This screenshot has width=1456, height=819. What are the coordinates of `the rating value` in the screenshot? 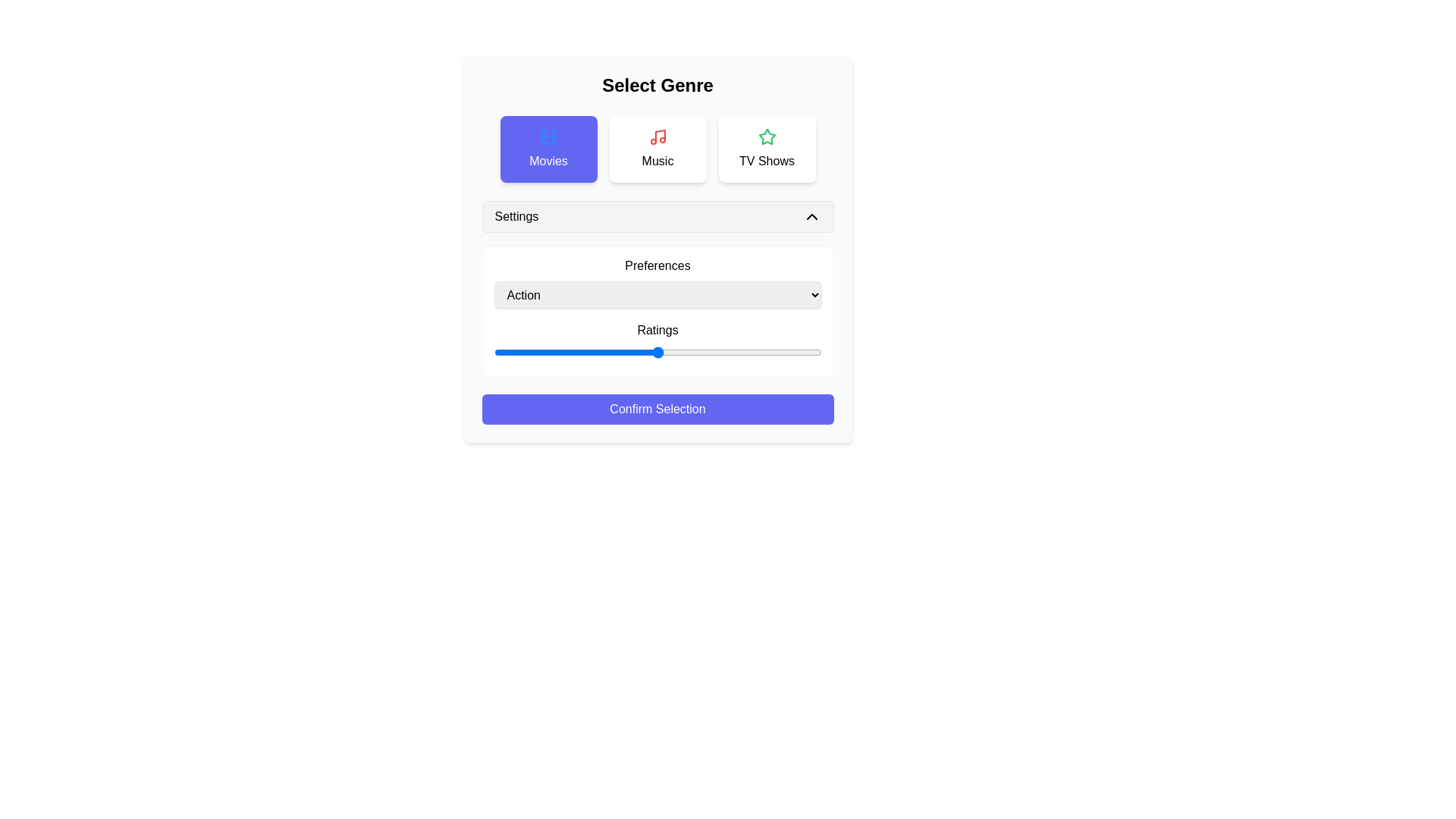 It's located at (746, 353).